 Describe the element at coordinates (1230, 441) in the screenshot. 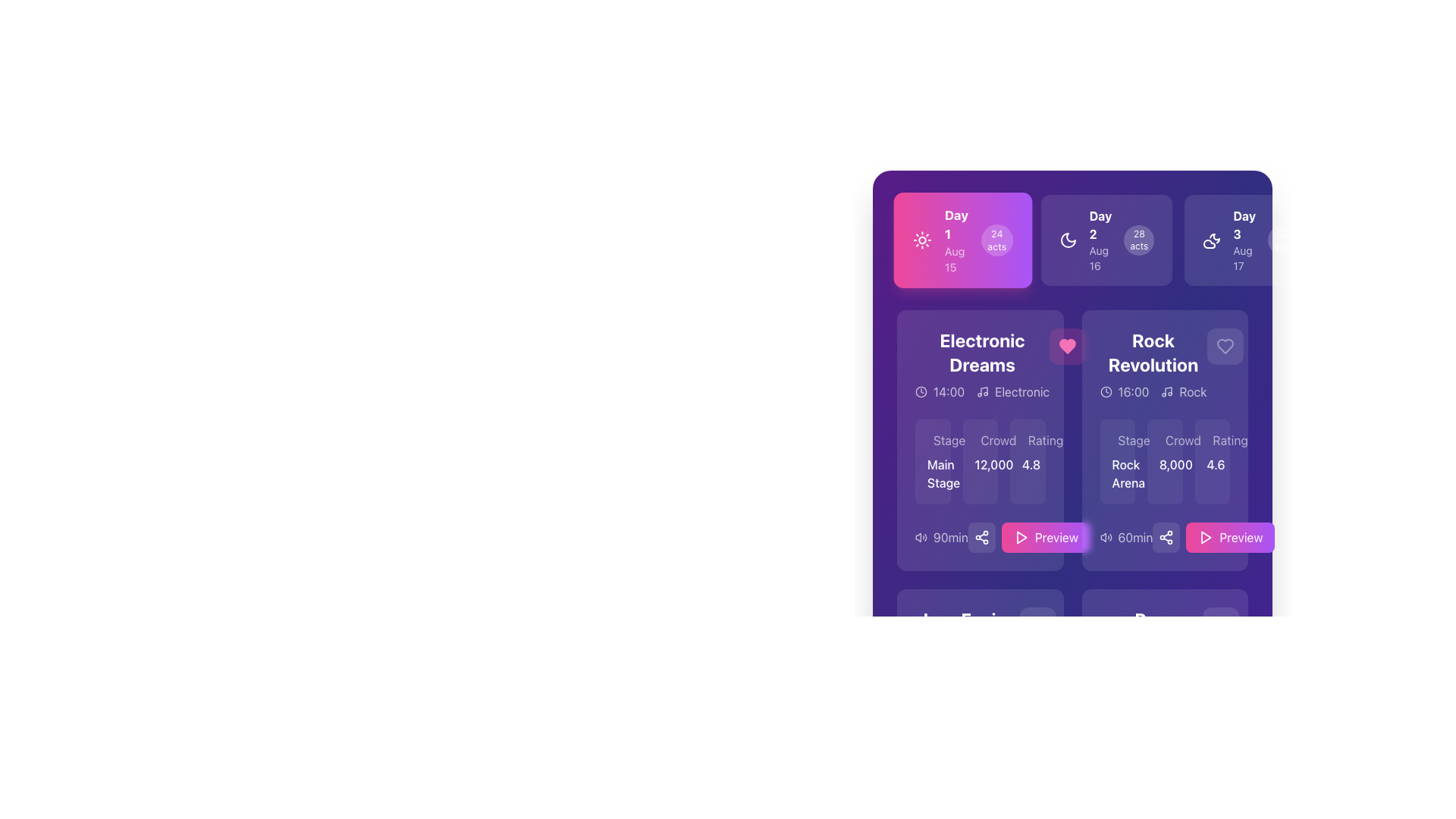

I see `the static text label displaying 'Rating' within the 'Rock Revolution' card, located towards the right section of the application` at that location.